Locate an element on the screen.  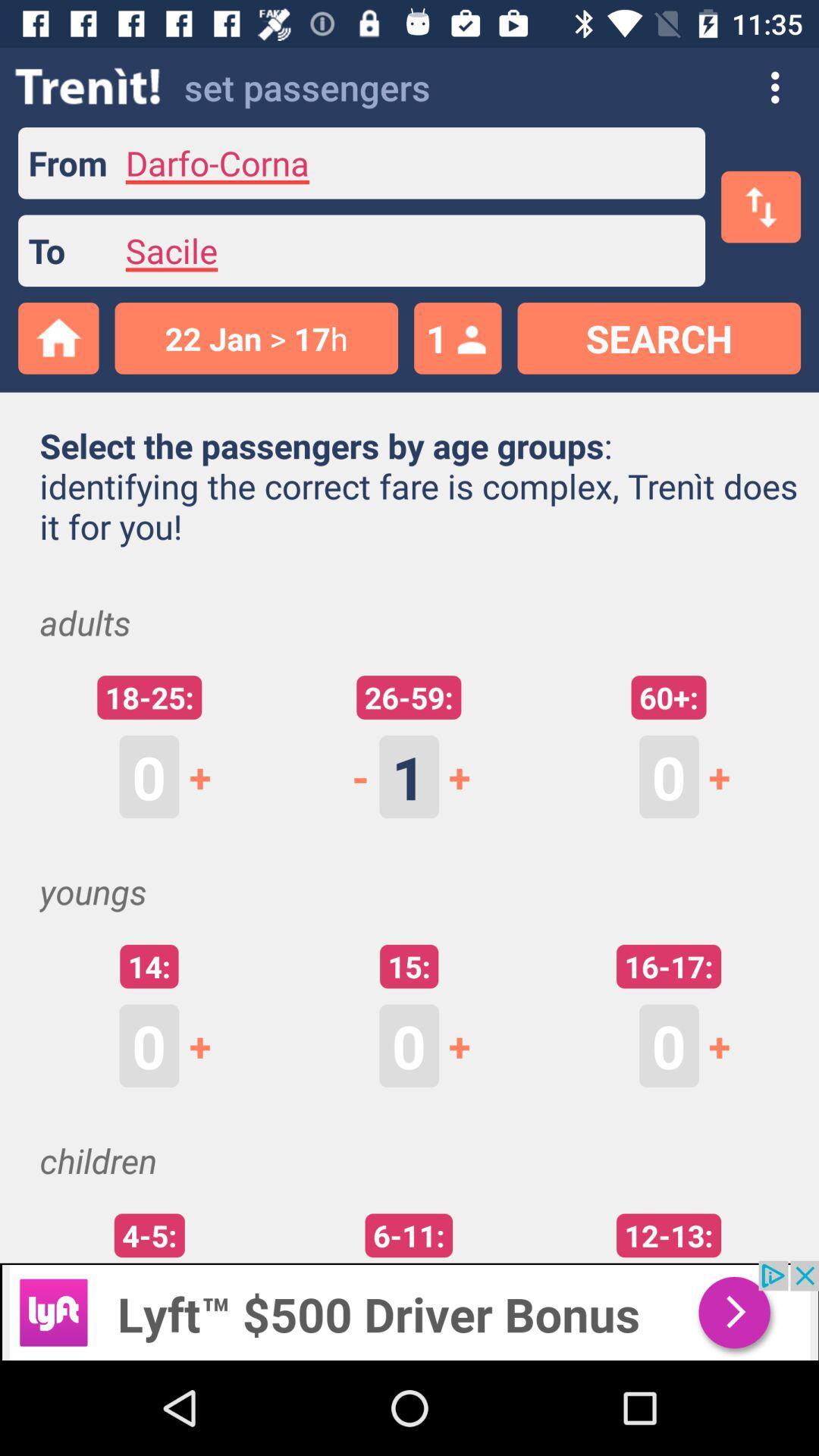
from field is located at coordinates (406, 163).